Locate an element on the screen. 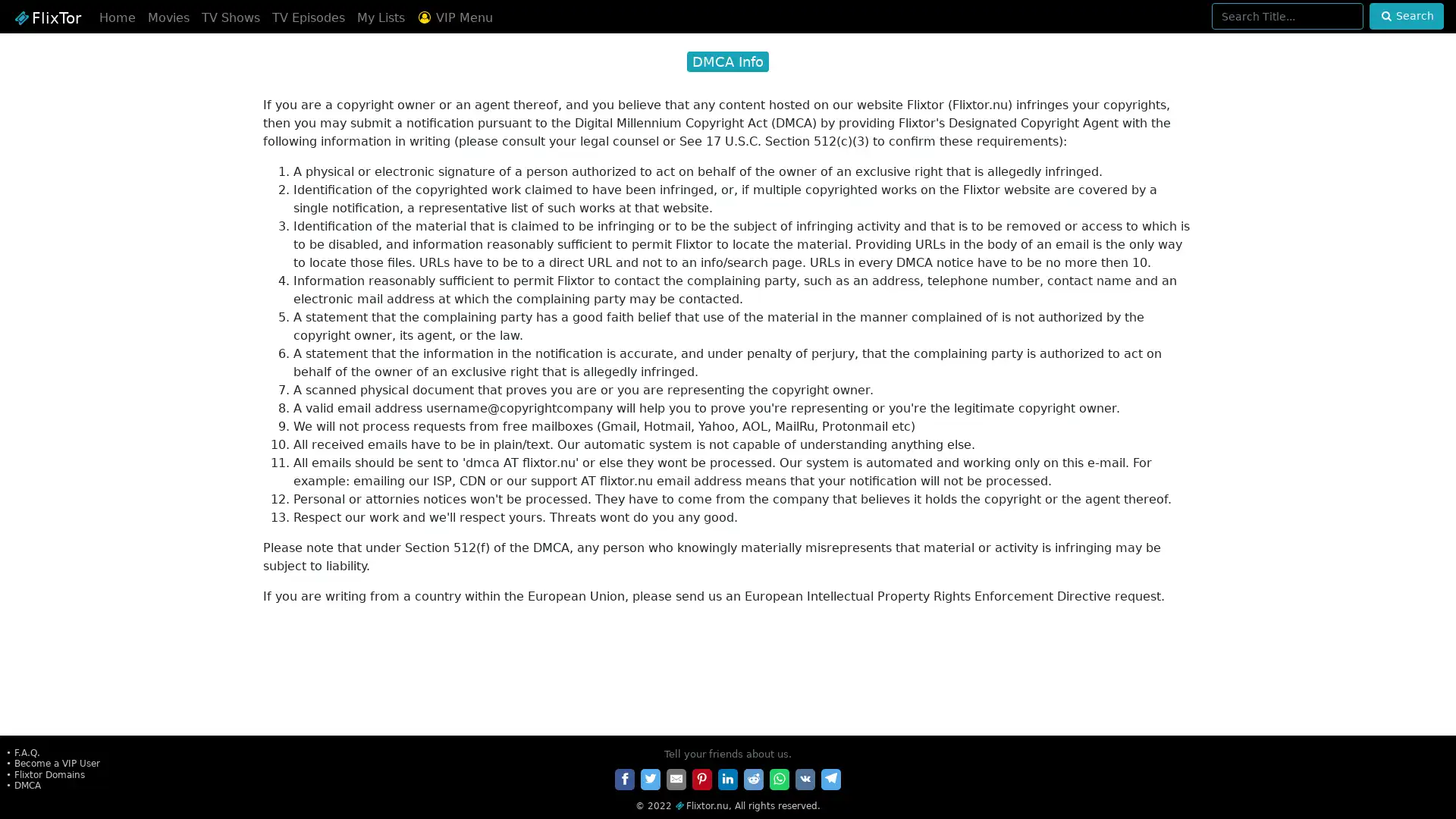 This screenshot has width=1456, height=819. Search is located at coordinates (1405, 16).